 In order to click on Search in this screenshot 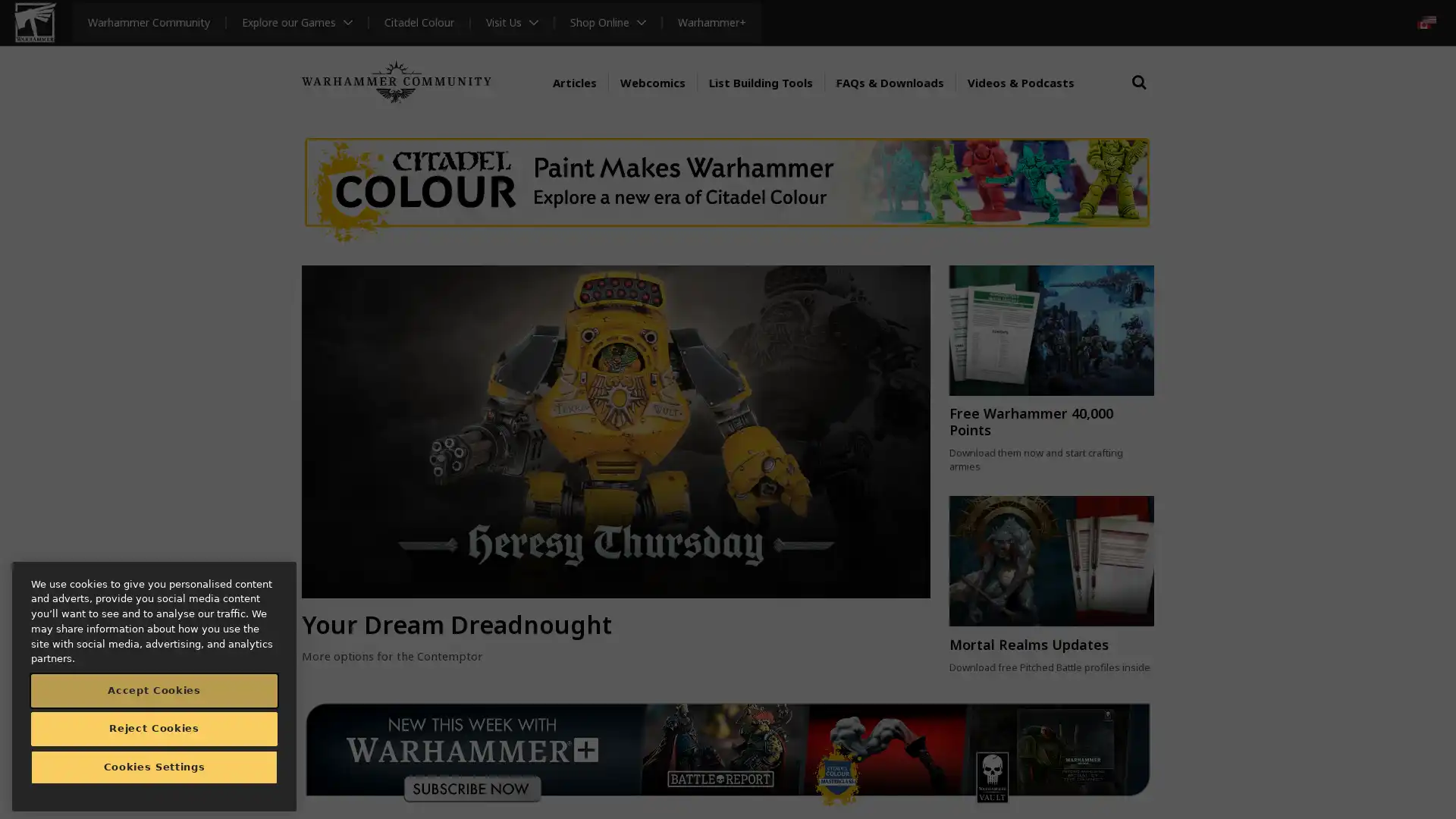, I will do `click(1139, 96)`.